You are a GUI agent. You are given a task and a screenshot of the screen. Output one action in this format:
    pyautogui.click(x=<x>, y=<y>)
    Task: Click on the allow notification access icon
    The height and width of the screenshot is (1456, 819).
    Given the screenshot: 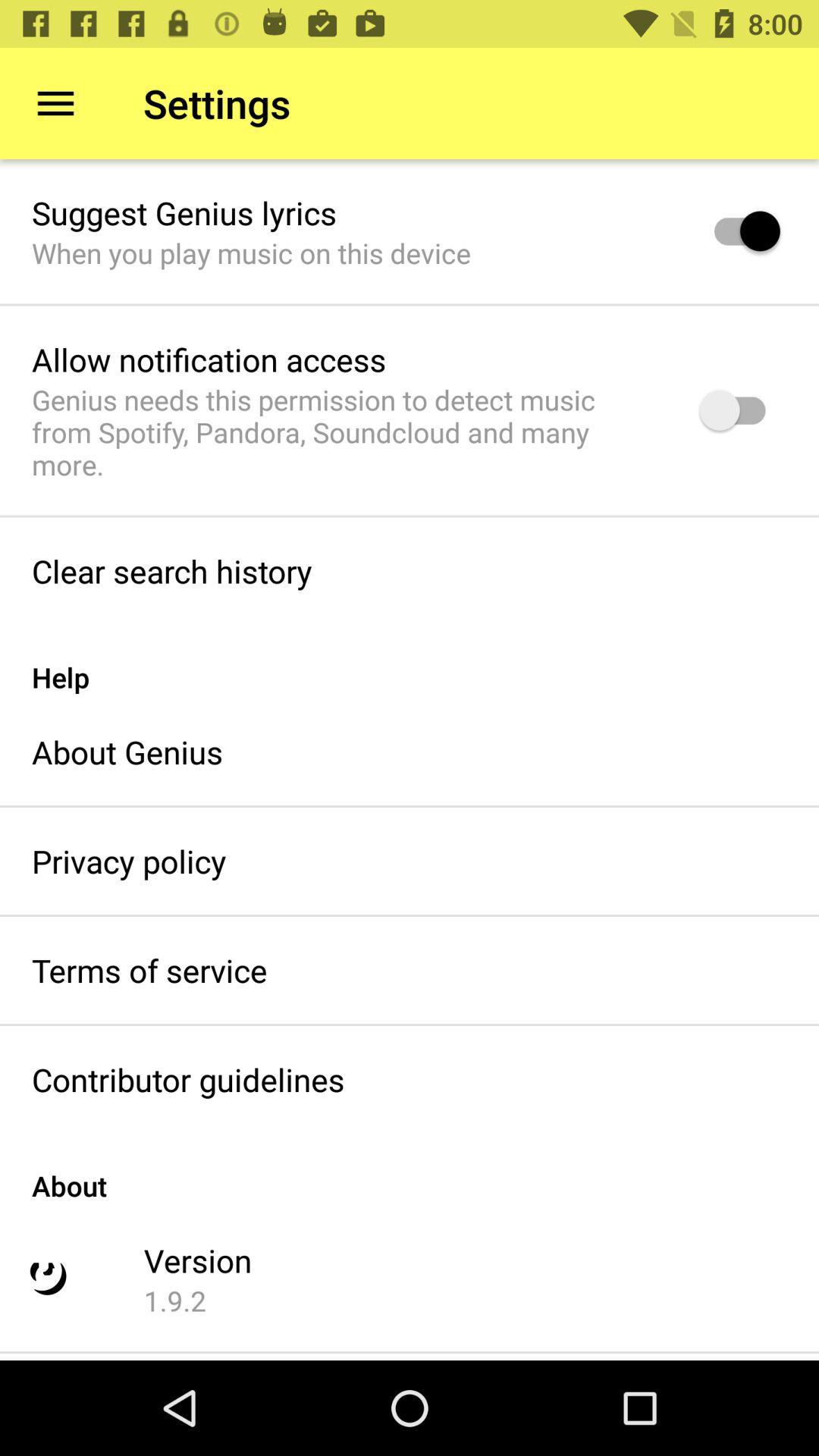 What is the action you would take?
    pyautogui.click(x=209, y=359)
    